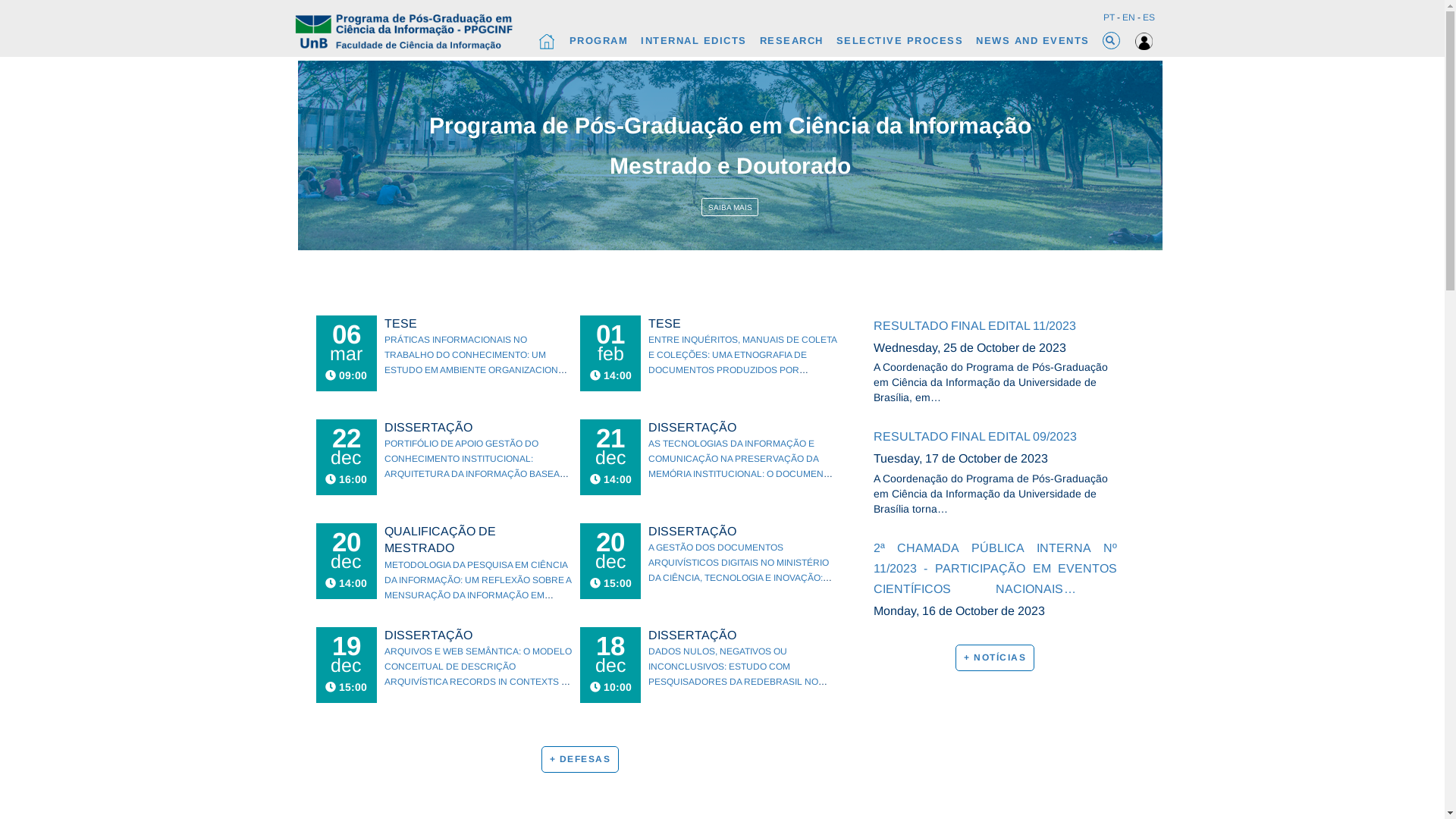 Image resolution: width=1456 pixels, height=819 pixels. What do you see at coordinates (541, 759) in the screenshot?
I see `'+ DEFESAS'` at bounding box center [541, 759].